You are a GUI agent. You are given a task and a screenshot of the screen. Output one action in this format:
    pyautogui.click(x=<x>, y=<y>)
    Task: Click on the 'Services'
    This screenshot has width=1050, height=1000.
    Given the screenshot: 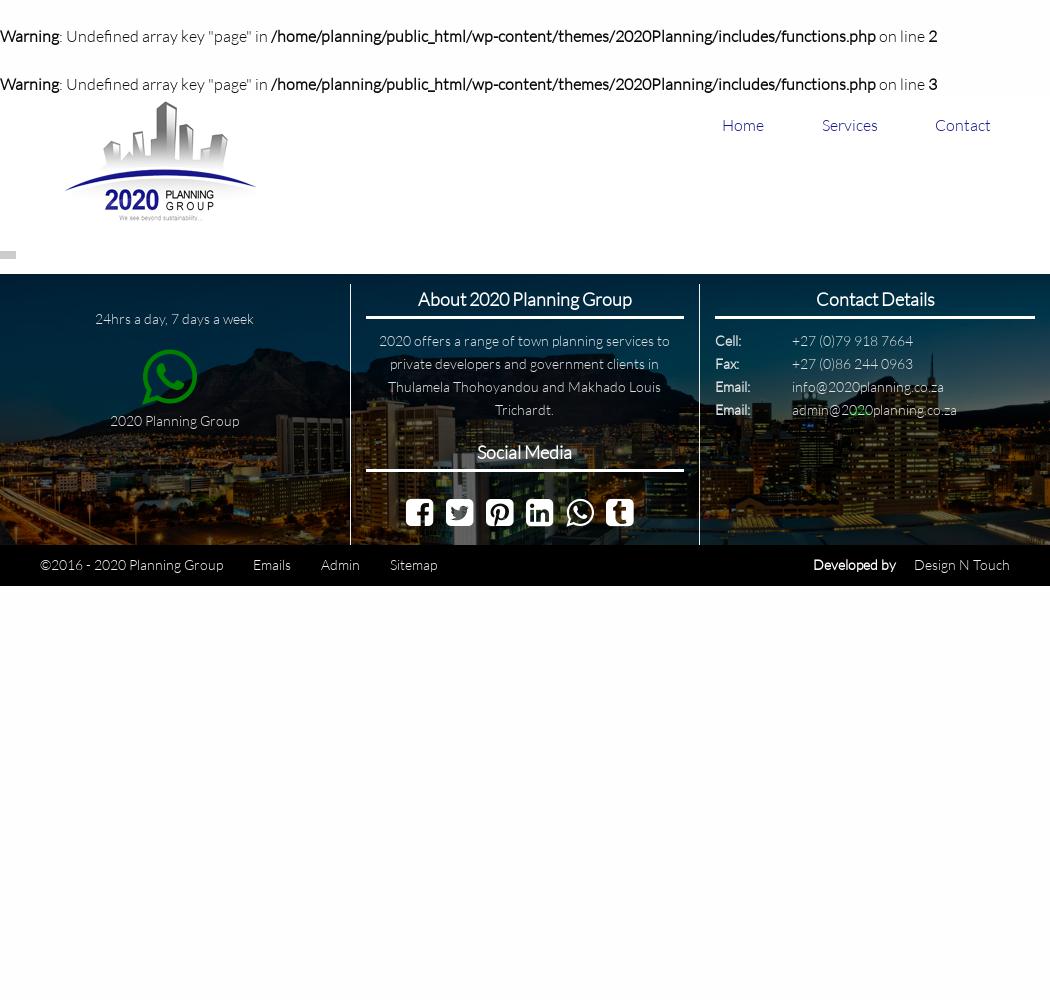 What is the action you would take?
    pyautogui.click(x=849, y=125)
    